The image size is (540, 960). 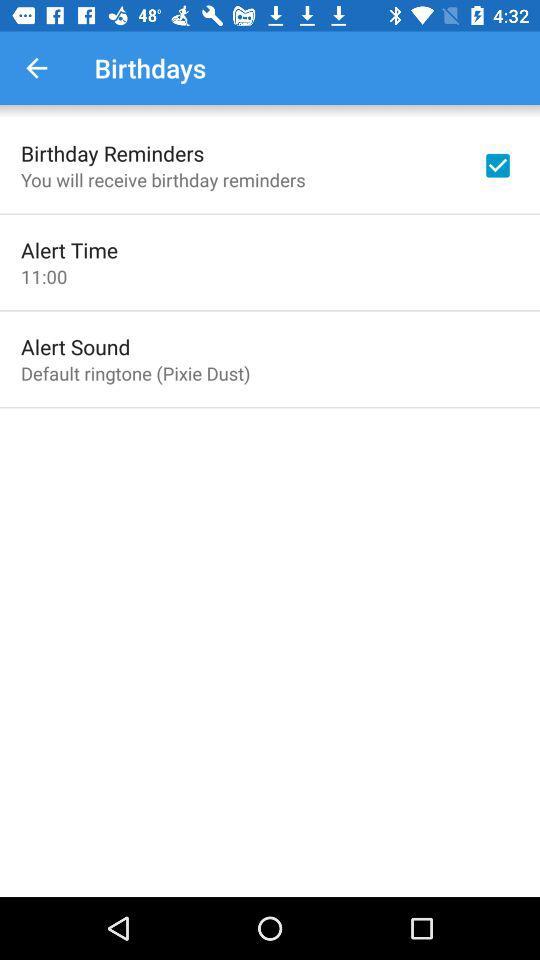 I want to click on default ringtone pixie icon, so click(x=135, y=372).